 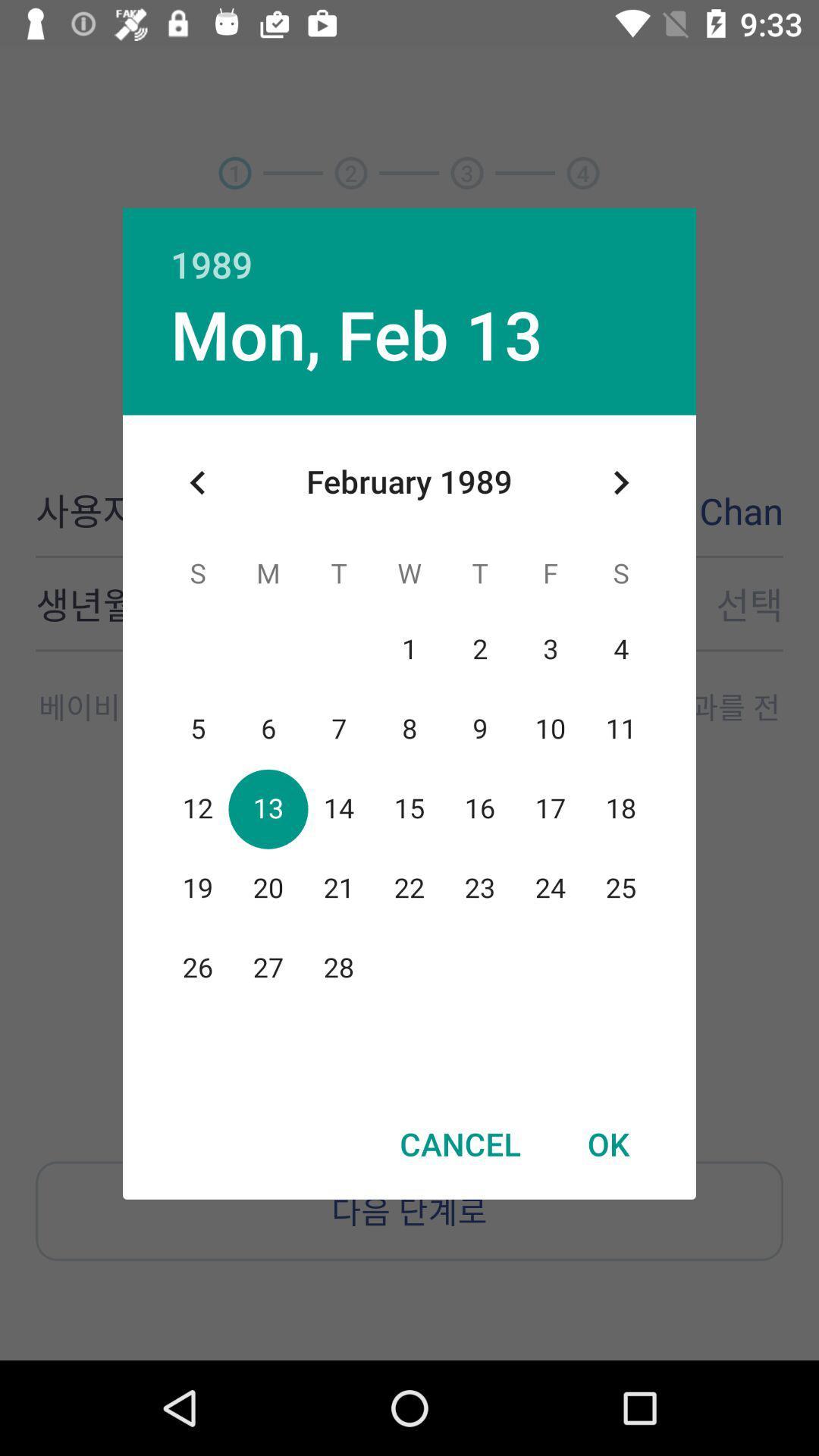 I want to click on the mon, feb 13 icon, so click(x=356, y=333).